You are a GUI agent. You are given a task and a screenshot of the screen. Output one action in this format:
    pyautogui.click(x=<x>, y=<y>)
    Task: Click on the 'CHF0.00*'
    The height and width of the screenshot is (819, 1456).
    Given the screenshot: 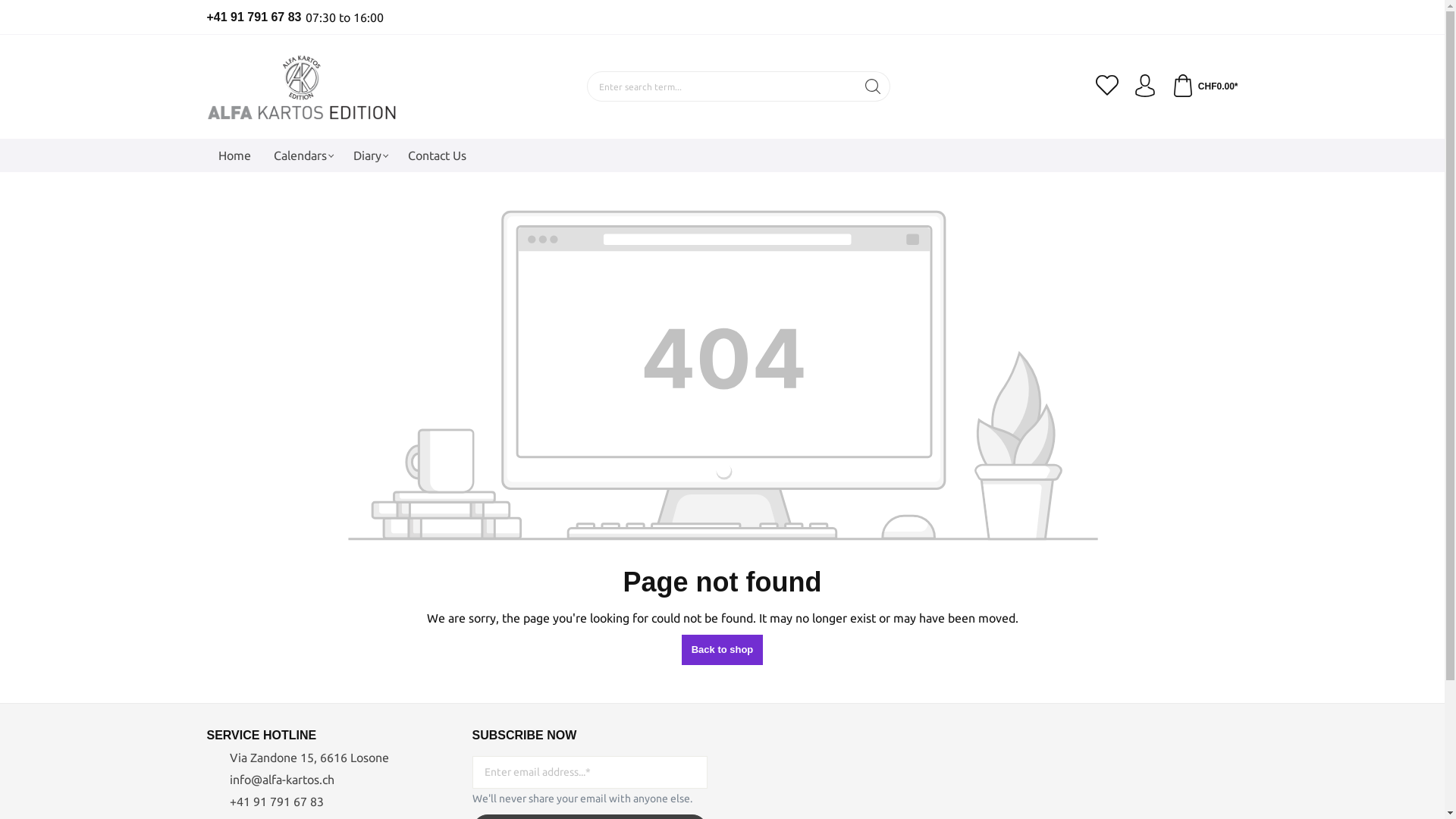 What is the action you would take?
    pyautogui.click(x=1203, y=86)
    